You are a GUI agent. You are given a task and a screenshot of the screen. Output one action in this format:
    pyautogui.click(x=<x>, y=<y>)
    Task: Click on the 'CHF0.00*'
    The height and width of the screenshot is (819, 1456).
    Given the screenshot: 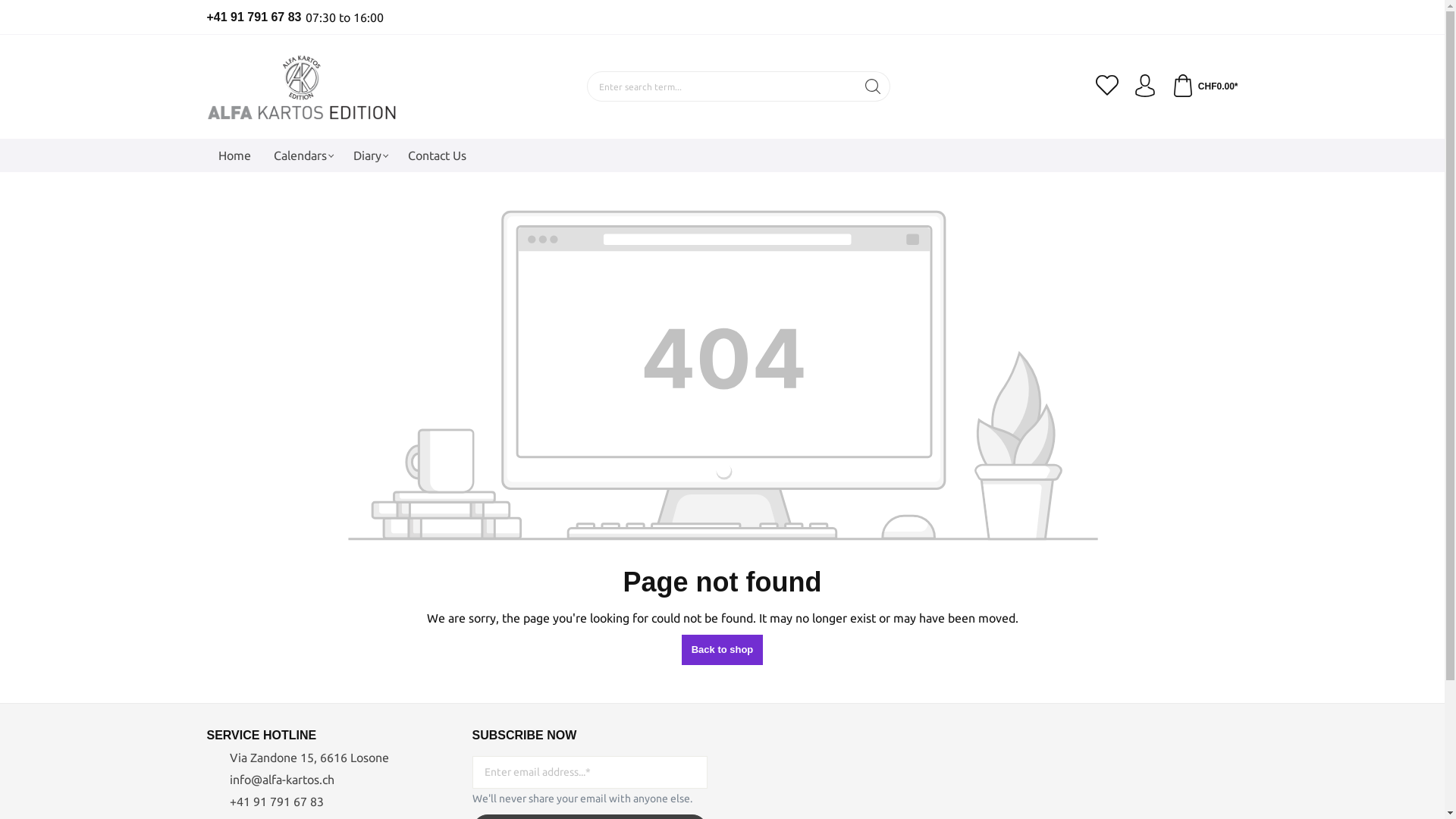 What is the action you would take?
    pyautogui.click(x=1203, y=86)
    